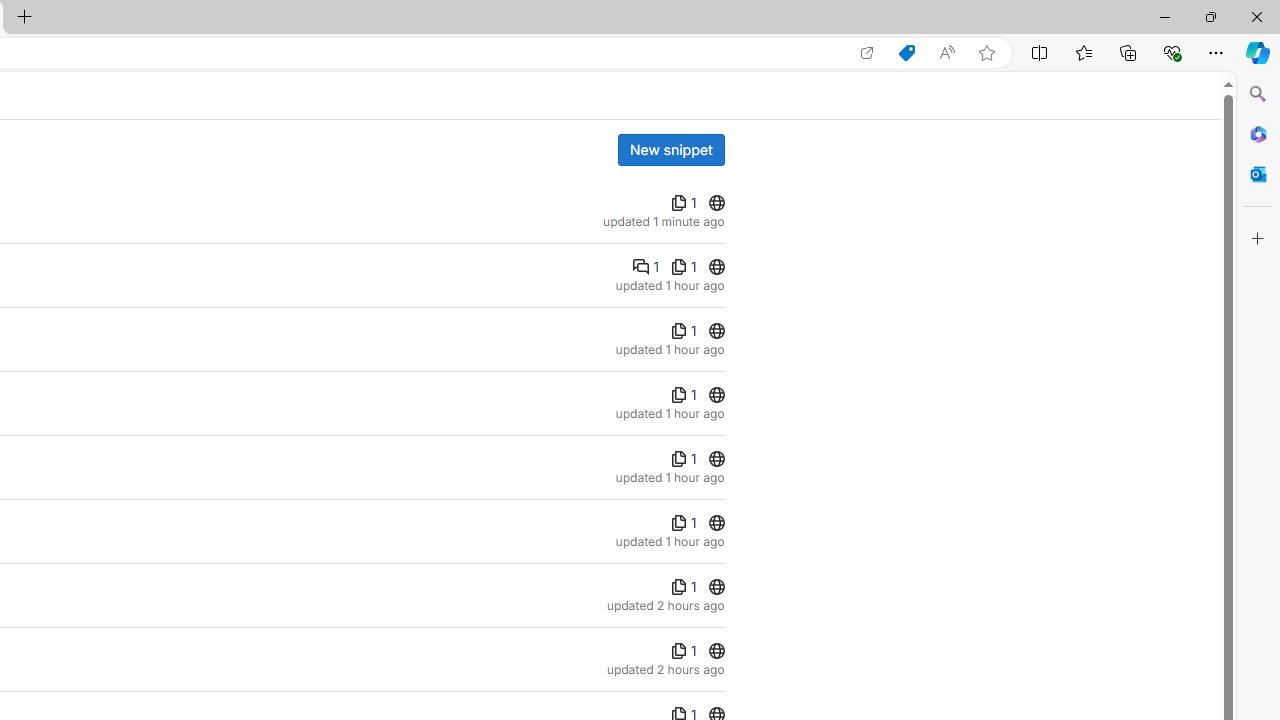 The height and width of the screenshot is (720, 1280). Describe the element at coordinates (670, 149) in the screenshot. I see `'New snippet'` at that location.